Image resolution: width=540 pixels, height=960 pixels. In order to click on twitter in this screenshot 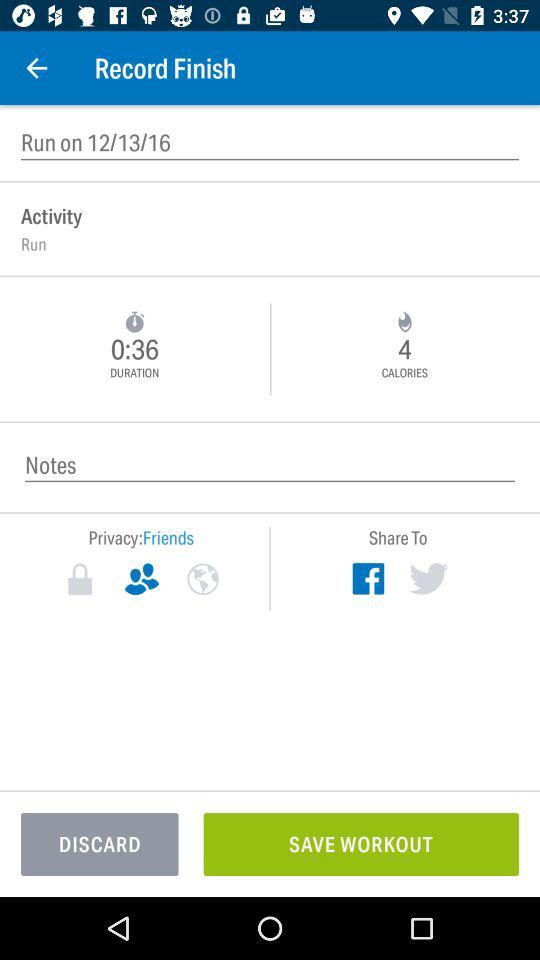, I will do `click(427, 578)`.